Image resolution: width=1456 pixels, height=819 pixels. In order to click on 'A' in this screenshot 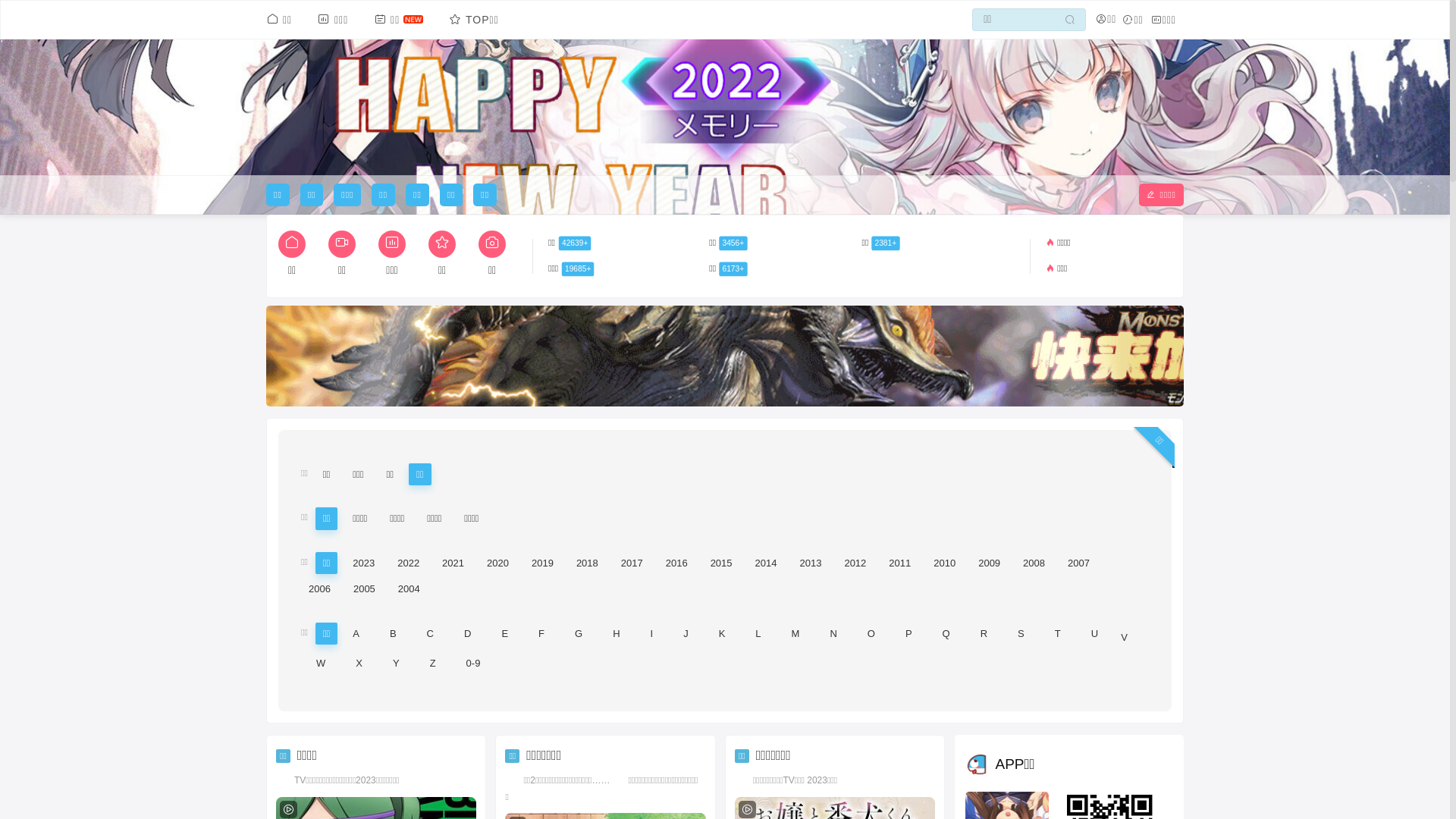, I will do `click(344, 633)`.